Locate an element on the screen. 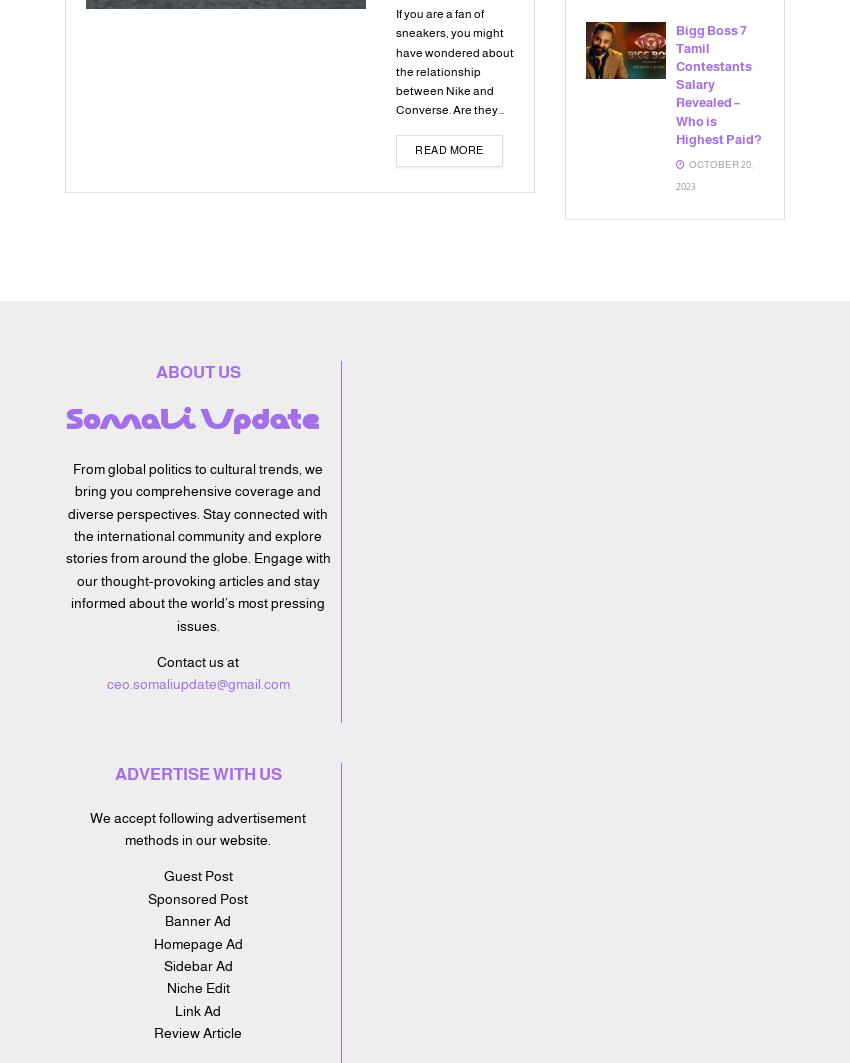  'Review Article' is located at coordinates (196, 1032).